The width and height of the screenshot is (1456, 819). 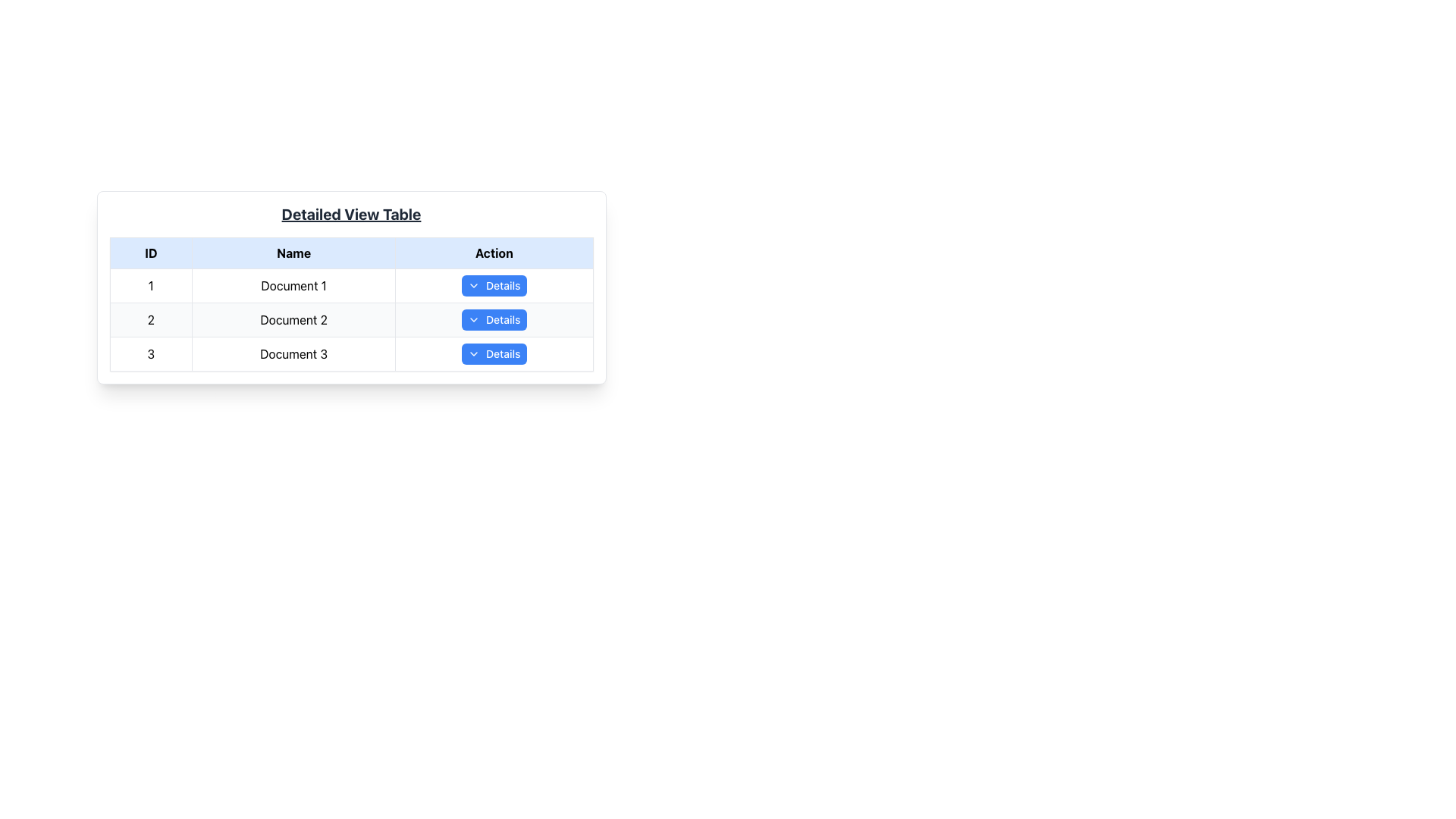 What do you see at coordinates (151, 318) in the screenshot?
I see `the text cell displaying the number '2', which is located in the first column of the second row under the 'ID' column header in a data table` at bounding box center [151, 318].